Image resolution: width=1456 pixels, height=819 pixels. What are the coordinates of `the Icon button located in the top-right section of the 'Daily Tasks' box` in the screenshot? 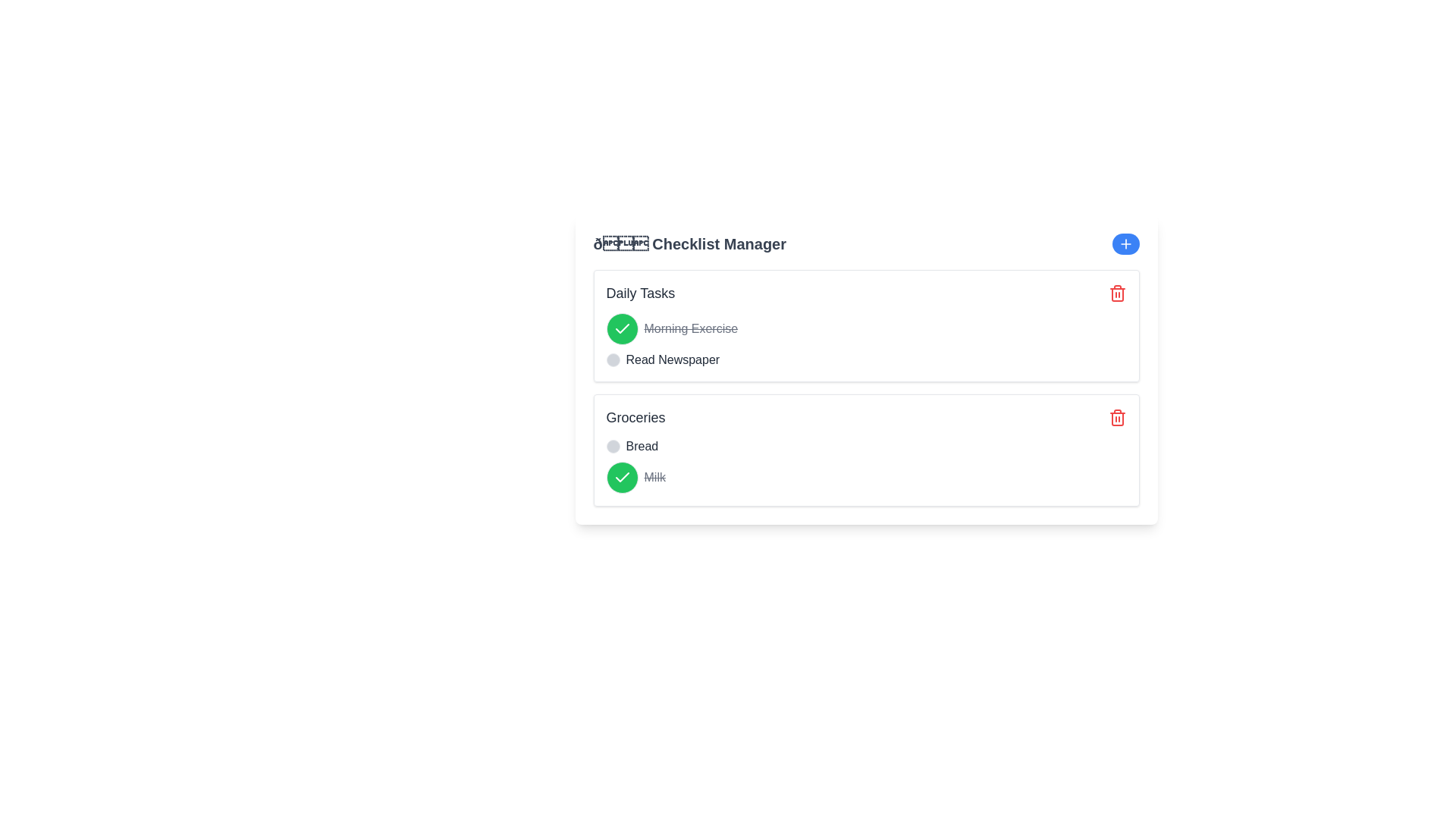 It's located at (1117, 293).